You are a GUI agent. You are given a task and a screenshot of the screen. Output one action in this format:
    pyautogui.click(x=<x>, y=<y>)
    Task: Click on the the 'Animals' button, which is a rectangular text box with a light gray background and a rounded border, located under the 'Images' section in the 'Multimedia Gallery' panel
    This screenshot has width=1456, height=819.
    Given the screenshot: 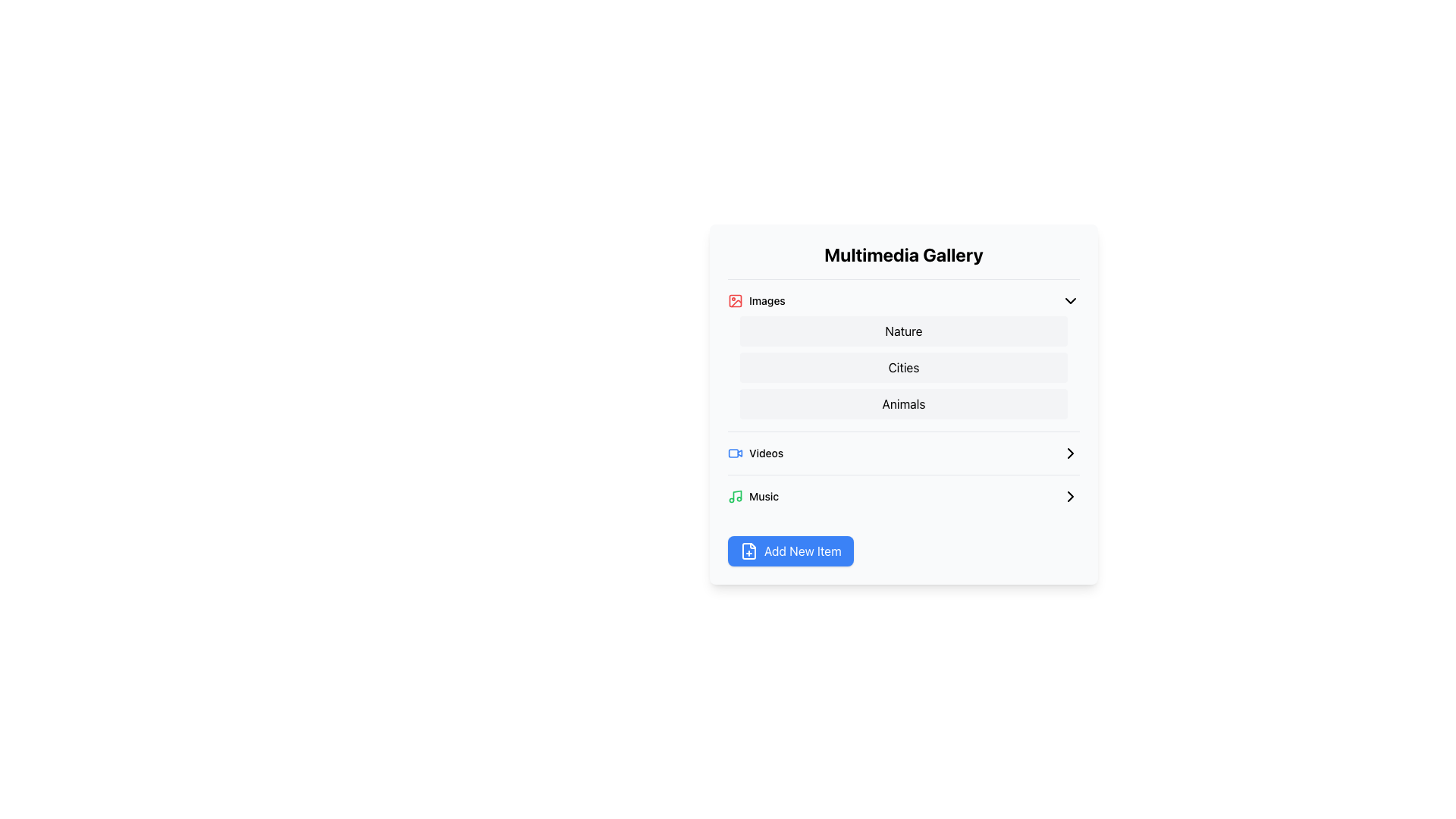 What is the action you would take?
    pyautogui.click(x=903, y=403)
    